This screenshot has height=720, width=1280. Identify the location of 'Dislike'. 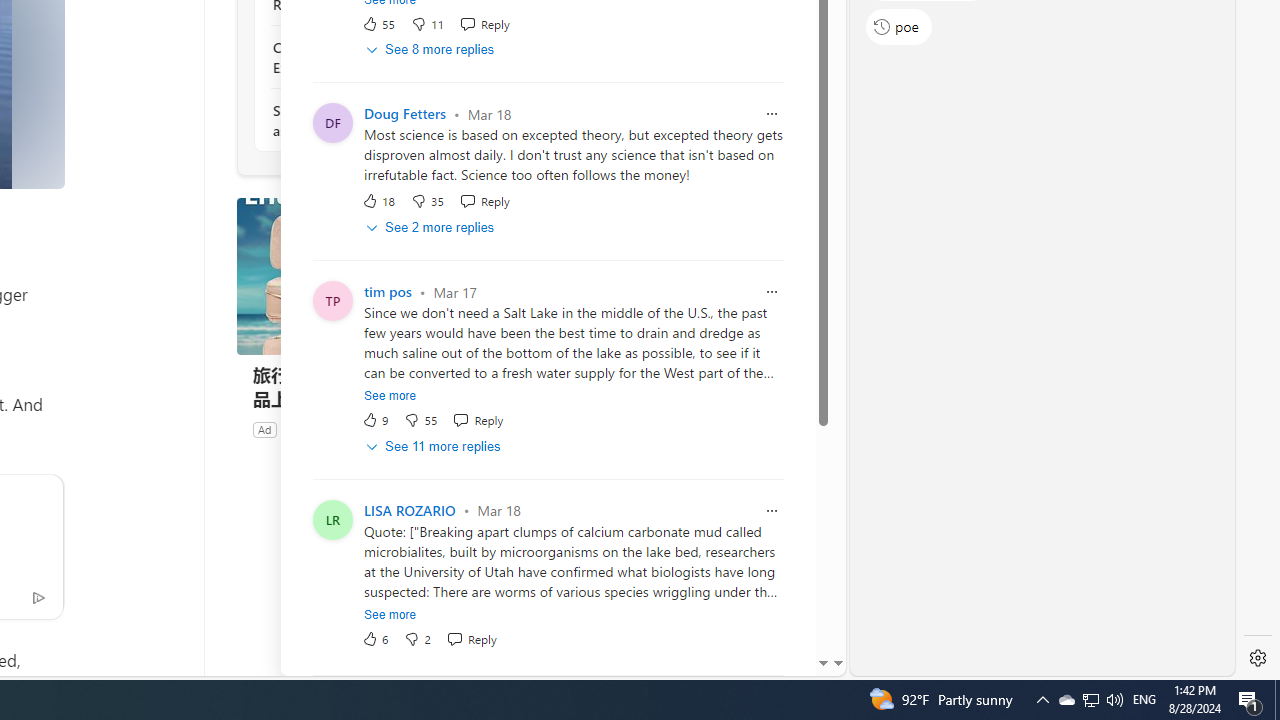
(416, 638).